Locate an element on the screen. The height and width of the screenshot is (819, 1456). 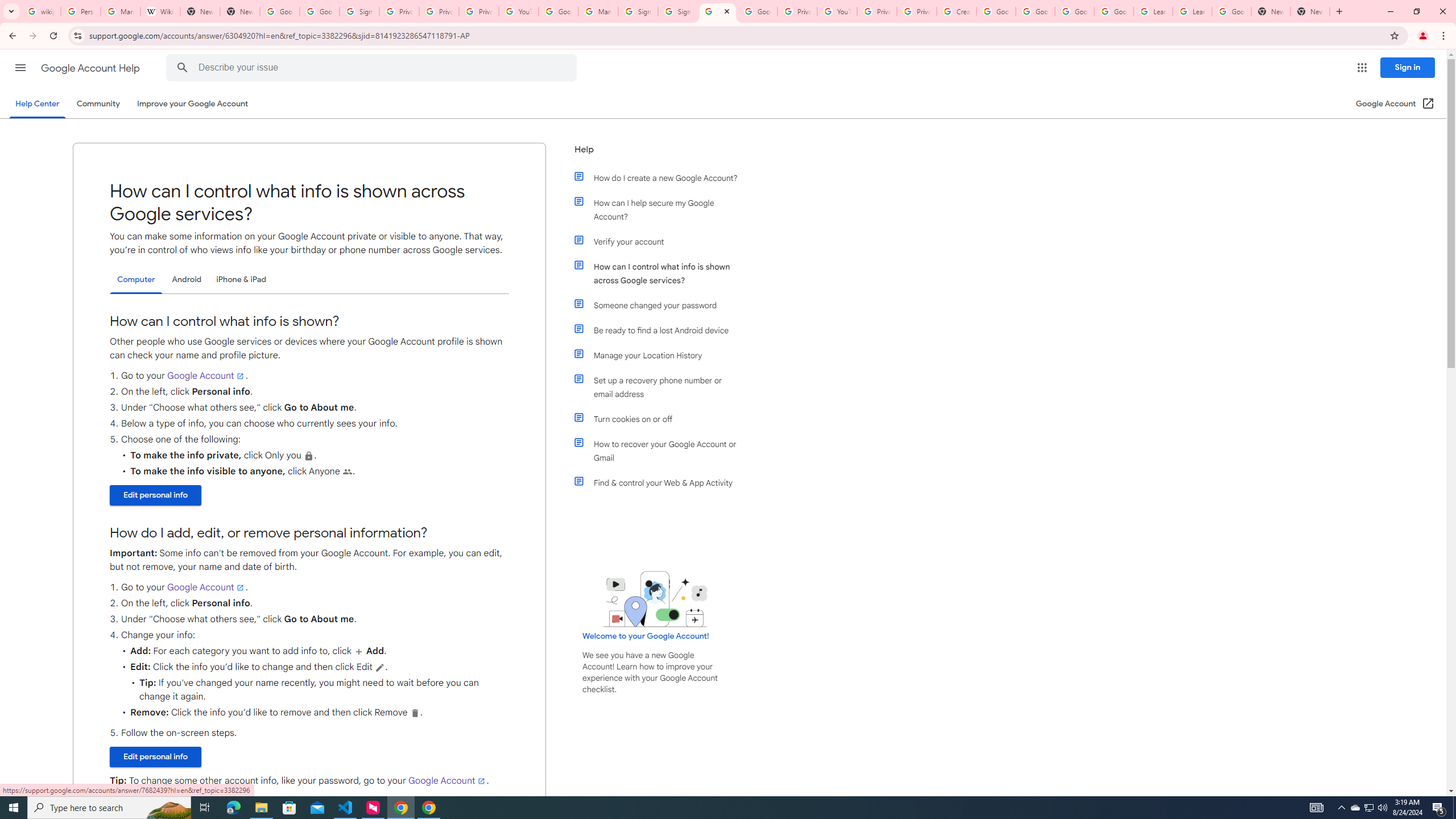
'iPhone & iPad' is located at coordinates (241, 279).